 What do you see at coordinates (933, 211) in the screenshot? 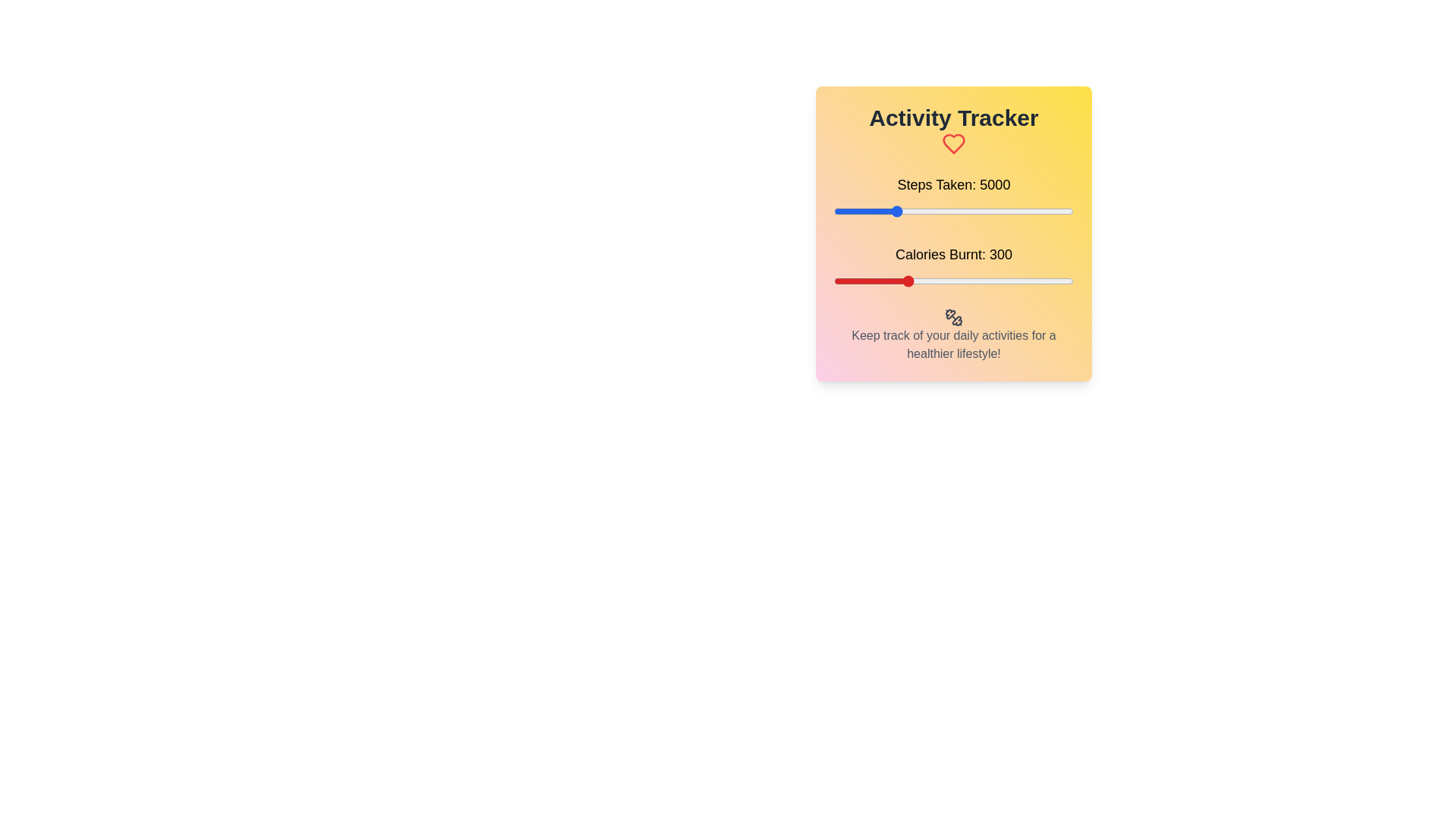
I see `steps taken` at bounding box center [933, 211].